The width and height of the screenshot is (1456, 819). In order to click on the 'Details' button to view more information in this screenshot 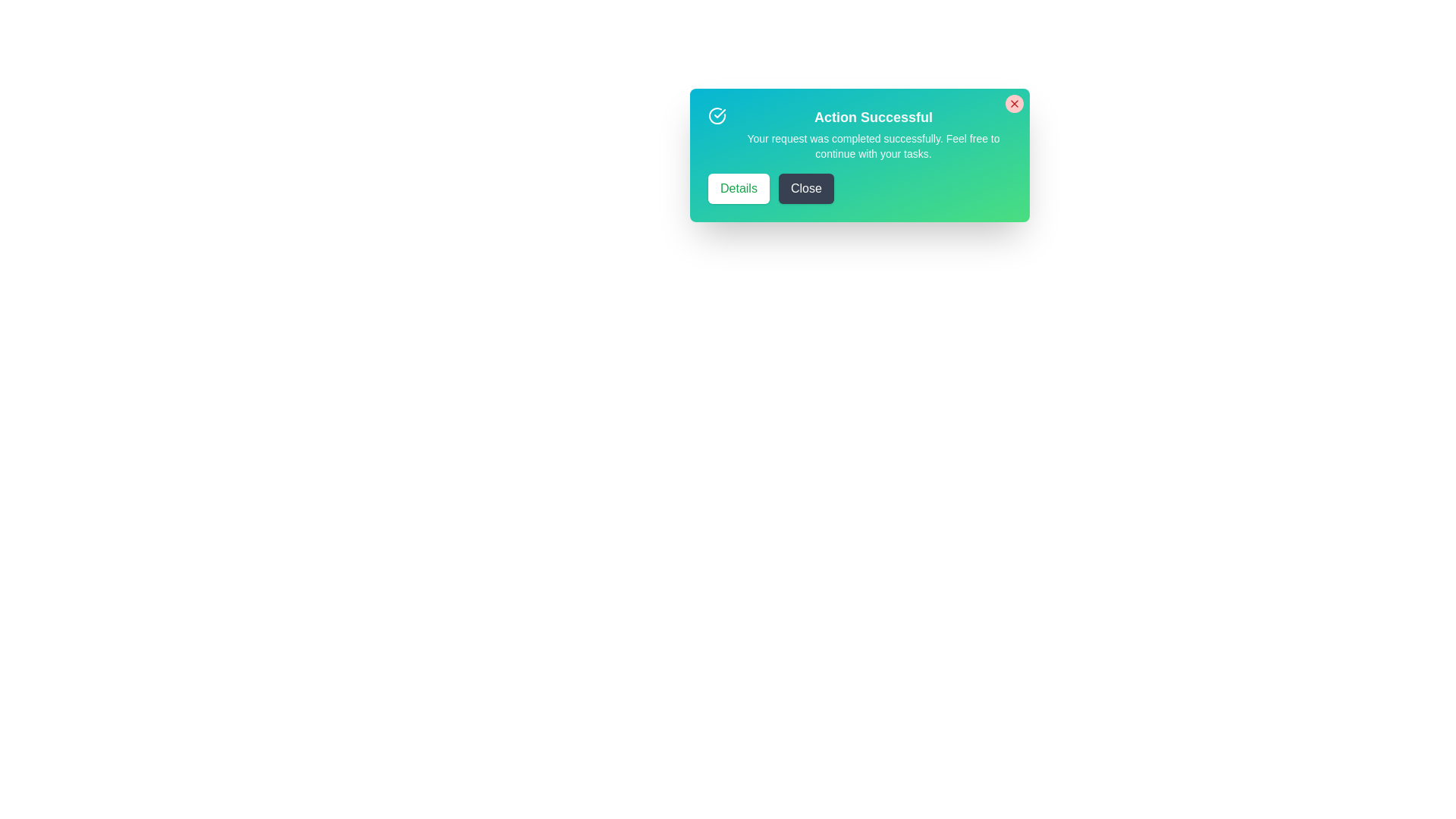, I will do `click(739, 188)`.